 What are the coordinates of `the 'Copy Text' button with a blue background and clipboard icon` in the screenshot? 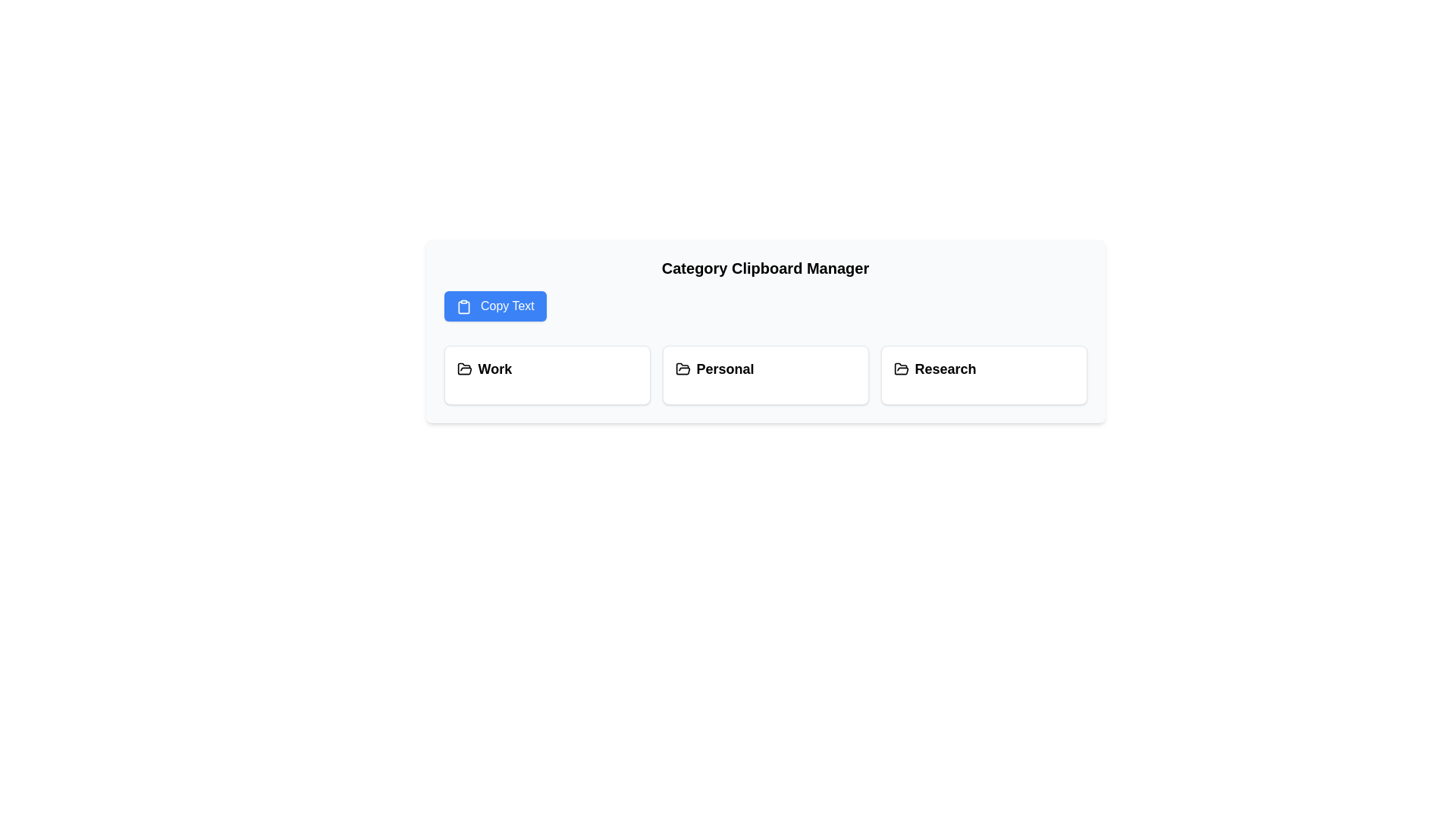 It's located at (495, 306).